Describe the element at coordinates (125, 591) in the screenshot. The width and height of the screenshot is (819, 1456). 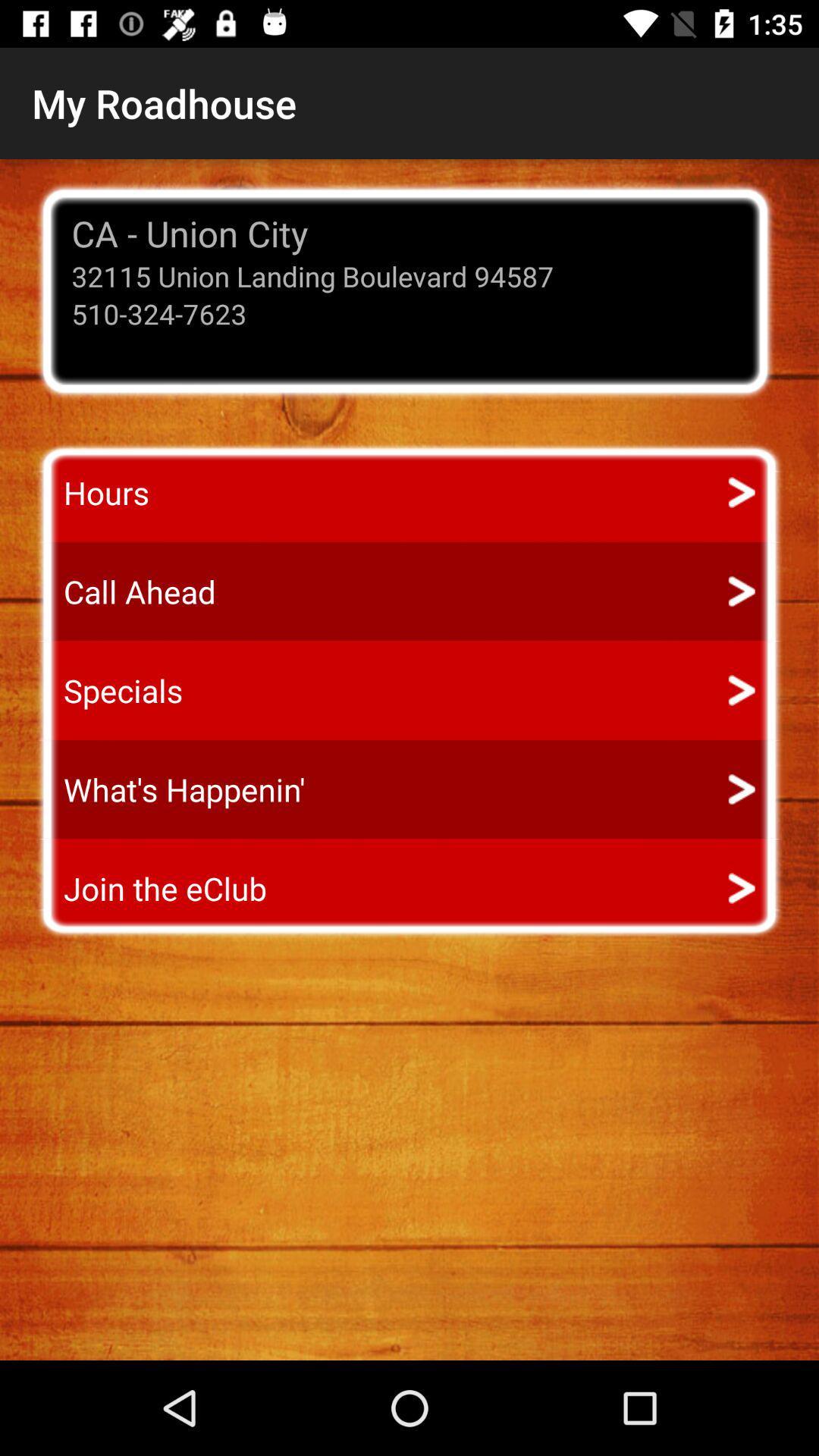
I see `the call ahead` at that location.